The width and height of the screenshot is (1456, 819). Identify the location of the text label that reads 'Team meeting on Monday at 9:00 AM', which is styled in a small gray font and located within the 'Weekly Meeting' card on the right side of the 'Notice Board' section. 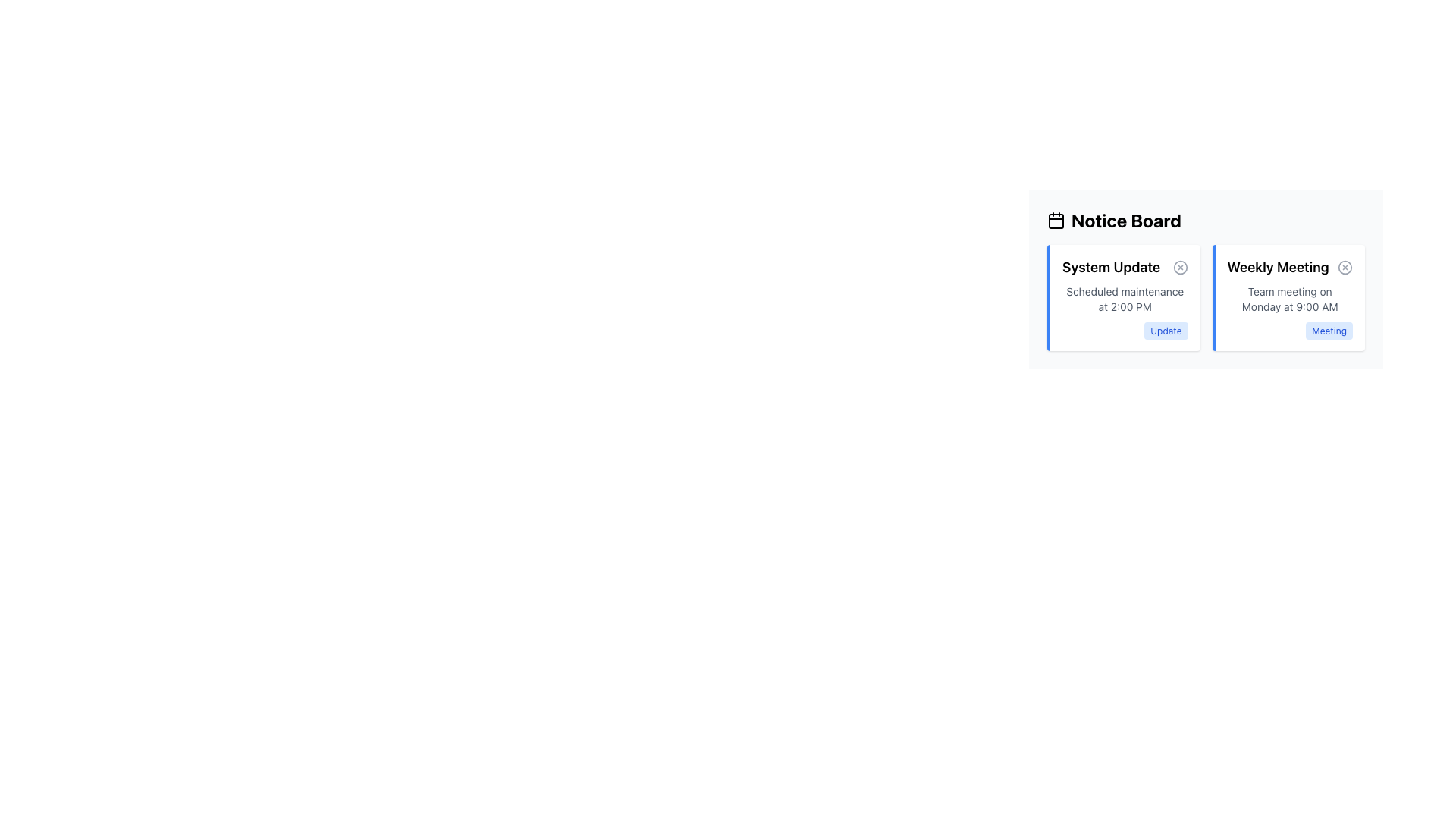
(1289, 299).